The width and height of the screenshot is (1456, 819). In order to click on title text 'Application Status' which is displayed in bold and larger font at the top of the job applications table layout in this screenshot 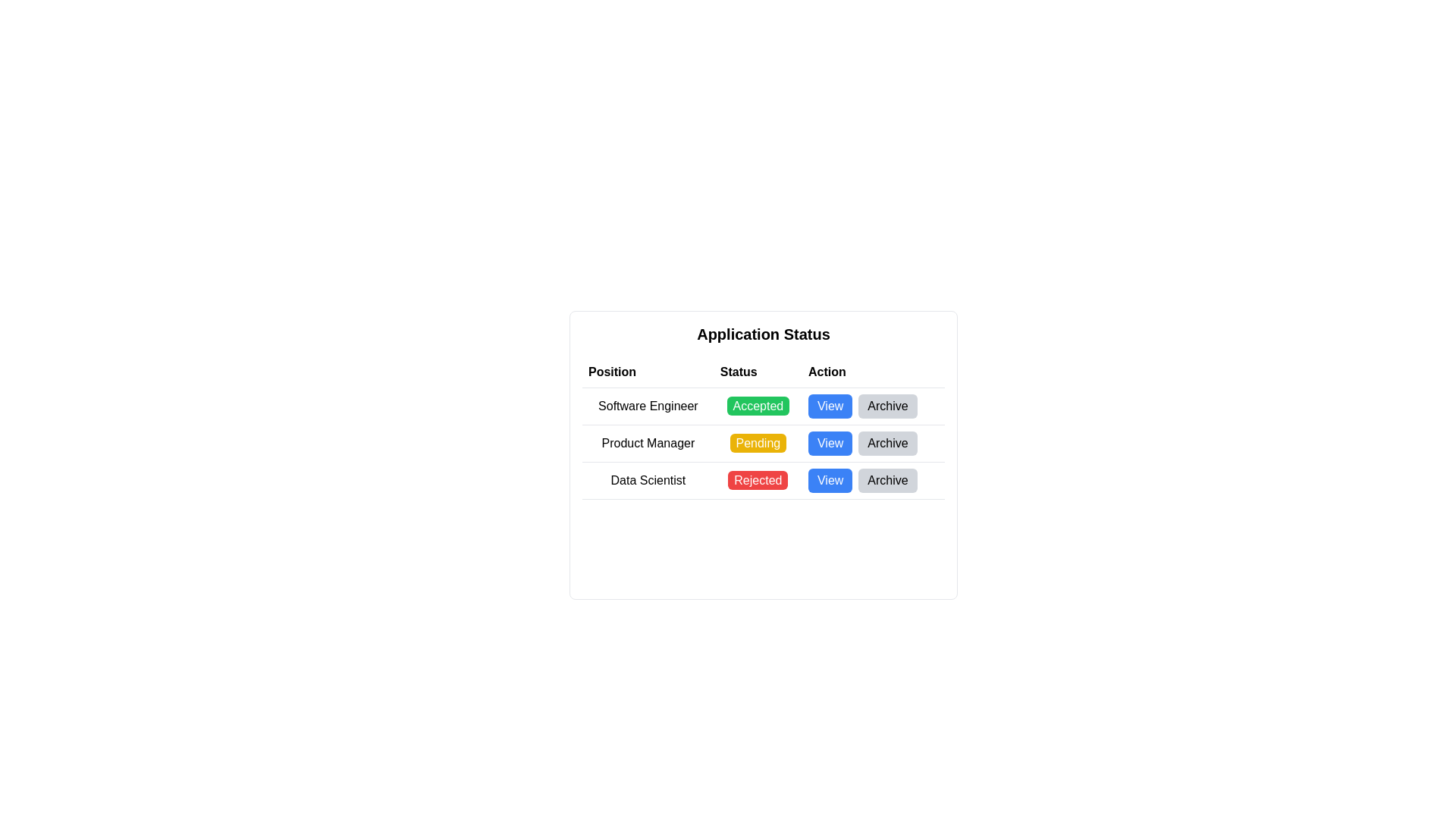, I will do `click(764, 333)`.